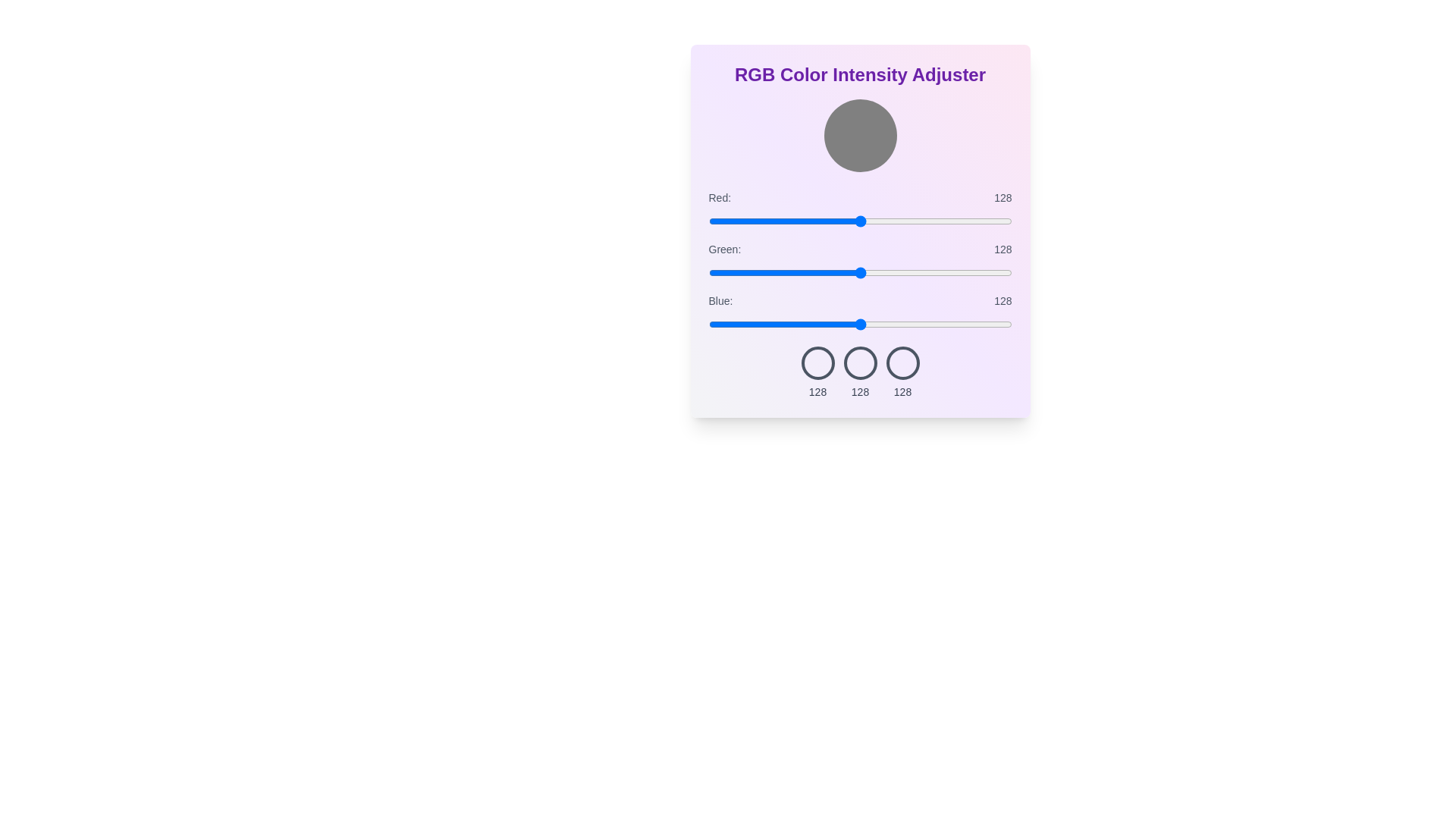  What do you see at coordinates (735, 271) in the screenshot?
I see `the green slider to set its intensity to 22` at bounding box center [735, 271].